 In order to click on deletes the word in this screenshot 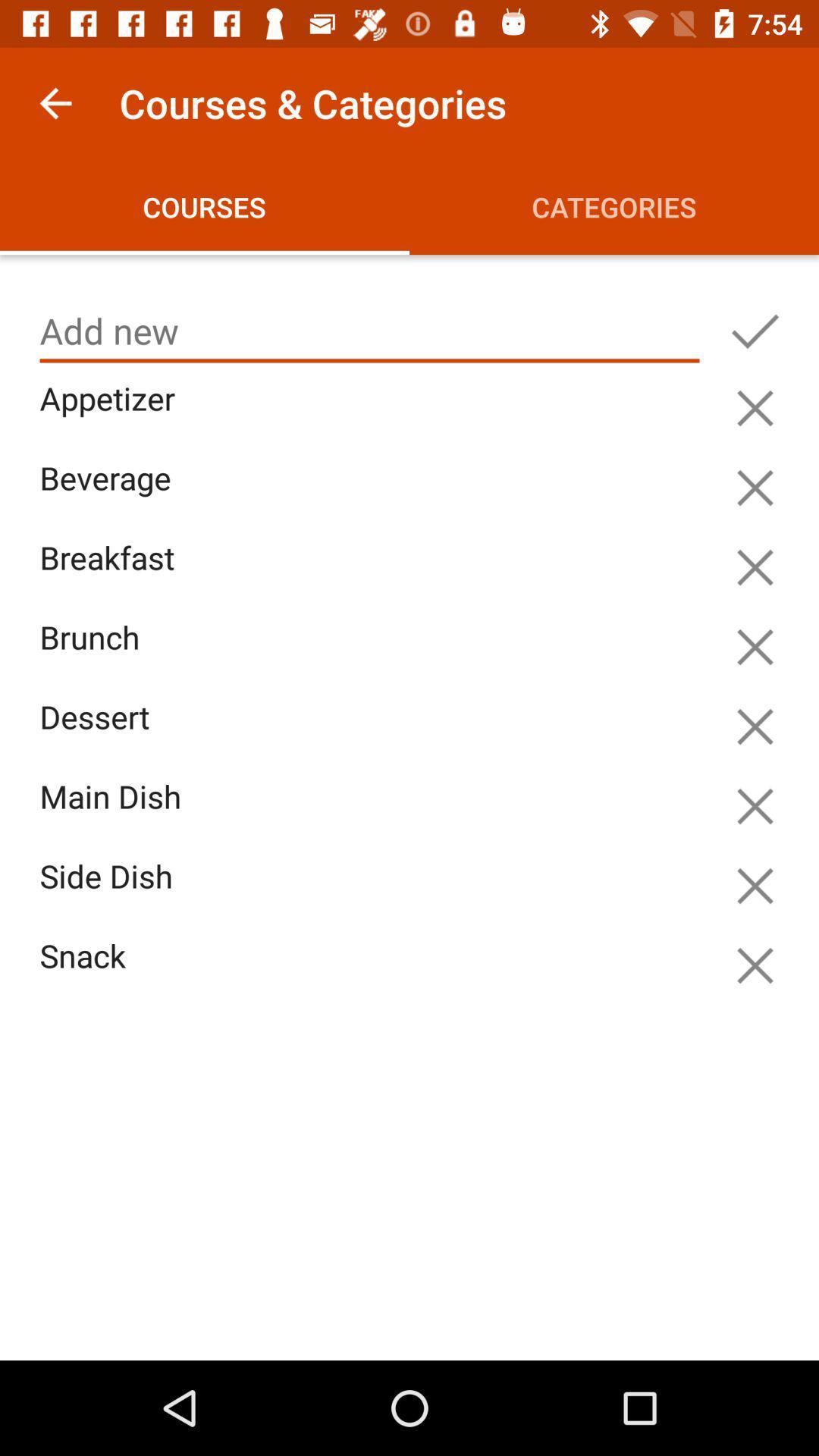, I will do `click(755, 647)`.